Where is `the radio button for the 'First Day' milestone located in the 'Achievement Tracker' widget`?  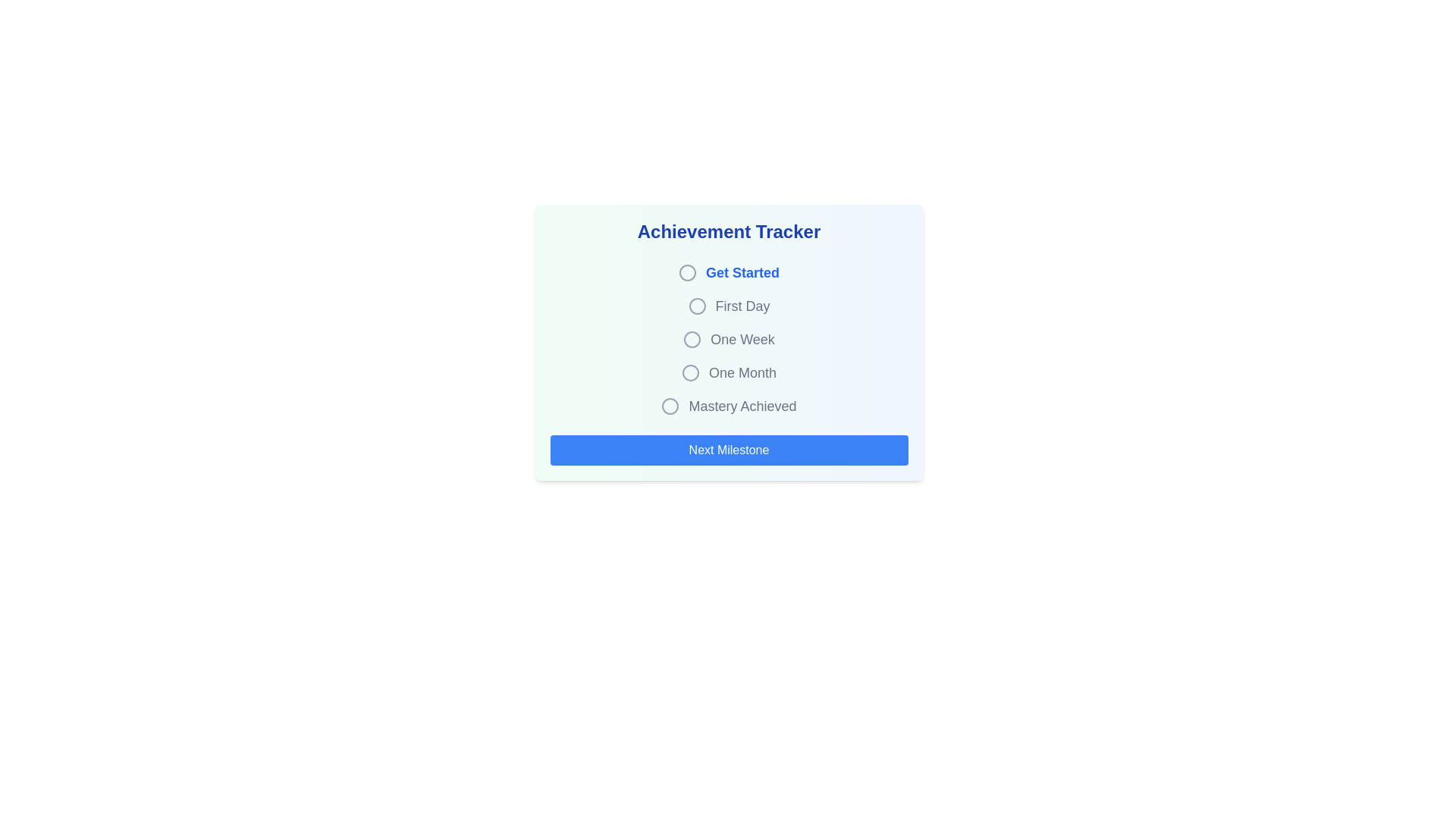
the radio button for the 'First Day' milestone located in the 'Achievement Tracker' widget is located at coordinates (696, 306).